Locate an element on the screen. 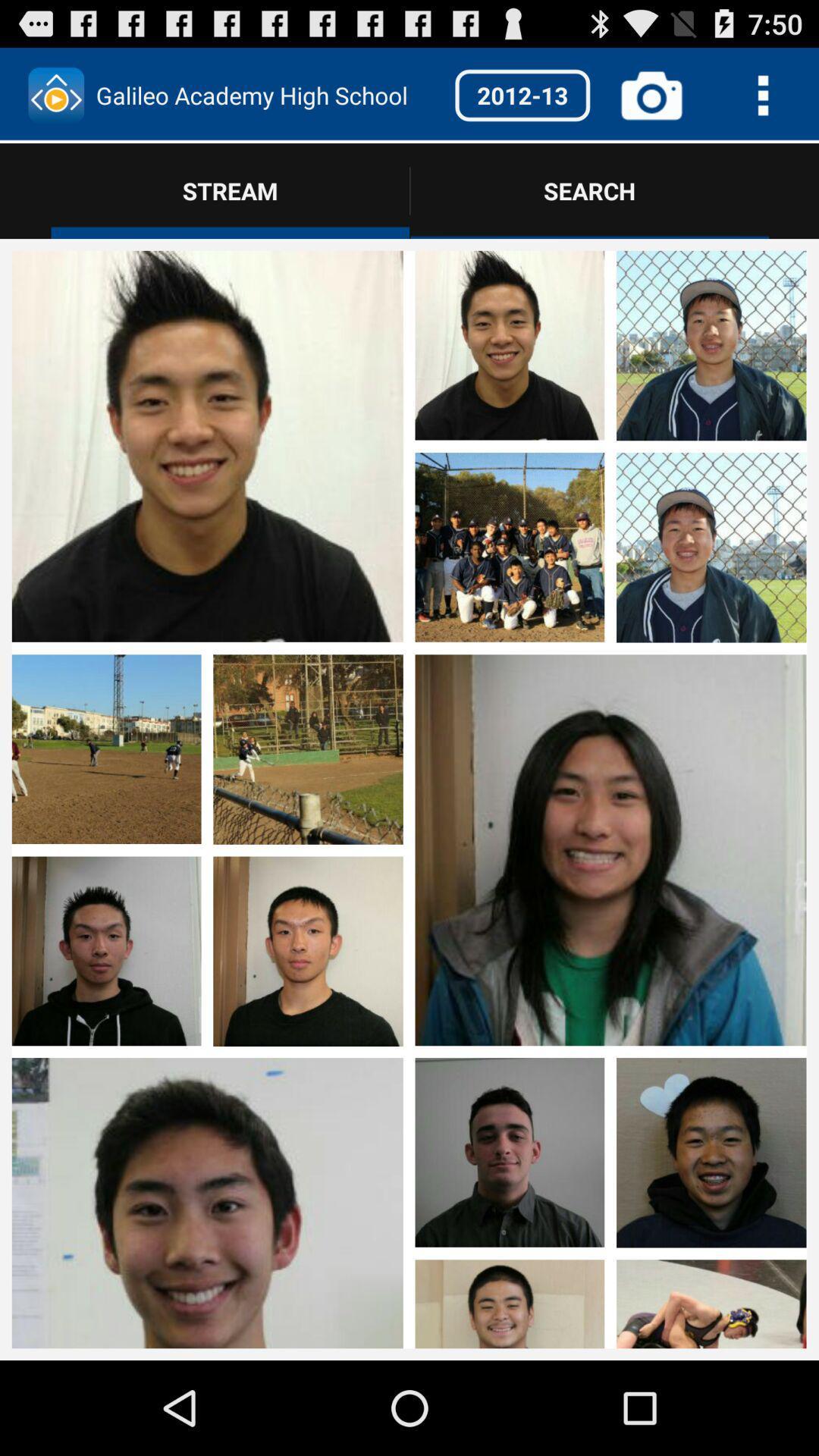  photos page is located at coordinates (510, 750).